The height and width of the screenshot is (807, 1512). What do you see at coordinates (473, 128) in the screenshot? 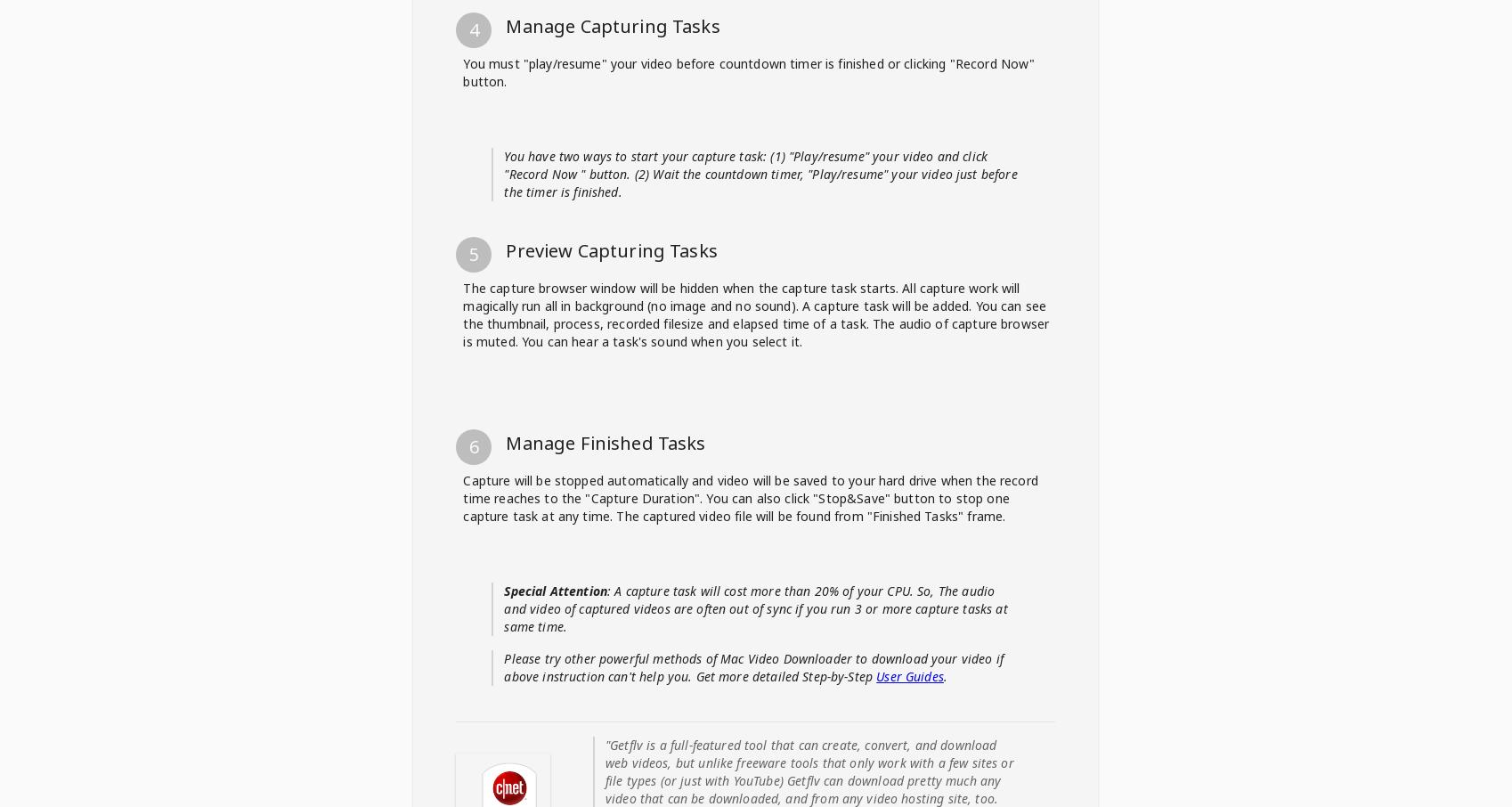
I see `'2'` at bounding box center [473, 128].